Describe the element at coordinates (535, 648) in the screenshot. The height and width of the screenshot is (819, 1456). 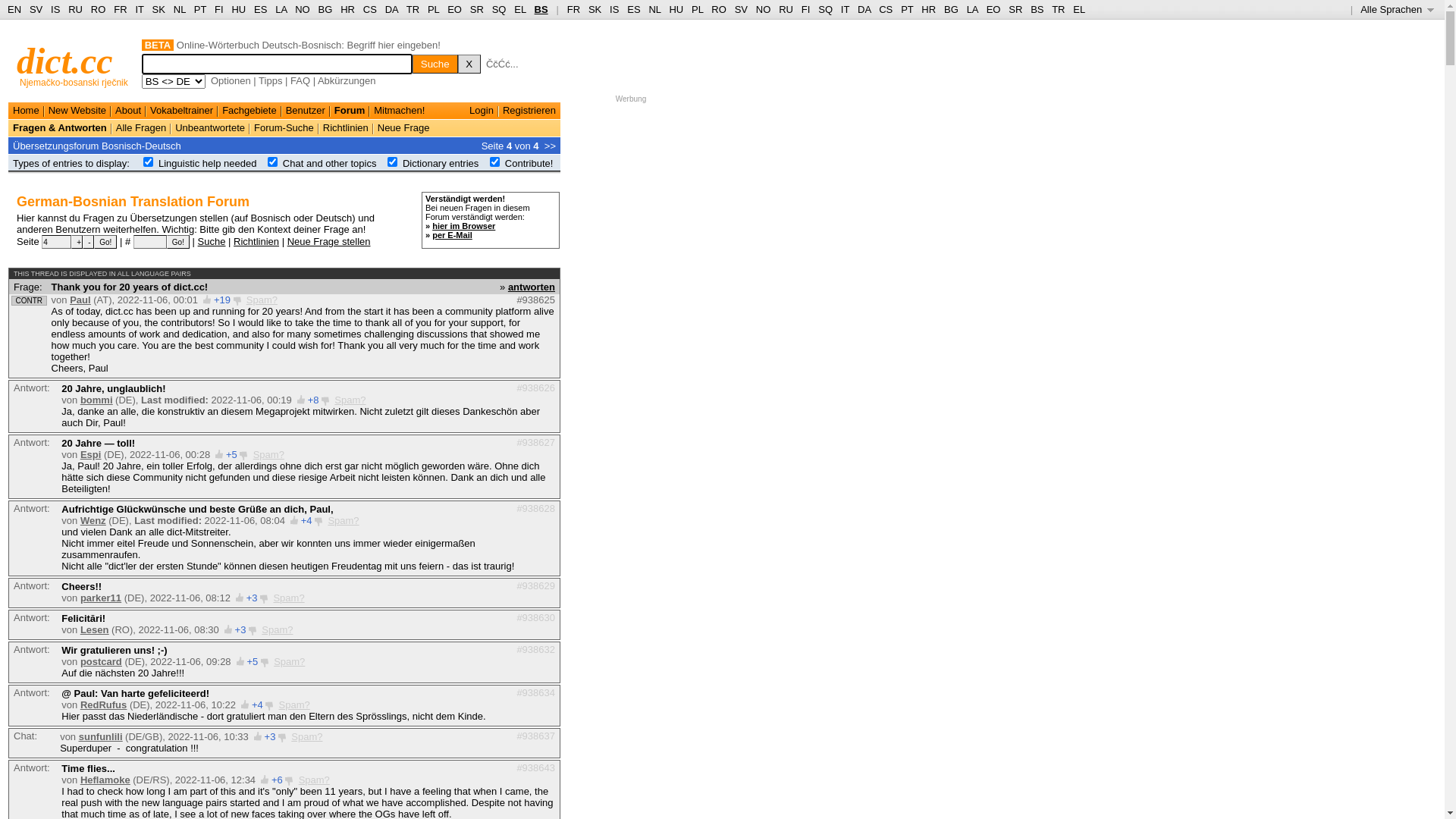
I see `'#938632'` at that location.